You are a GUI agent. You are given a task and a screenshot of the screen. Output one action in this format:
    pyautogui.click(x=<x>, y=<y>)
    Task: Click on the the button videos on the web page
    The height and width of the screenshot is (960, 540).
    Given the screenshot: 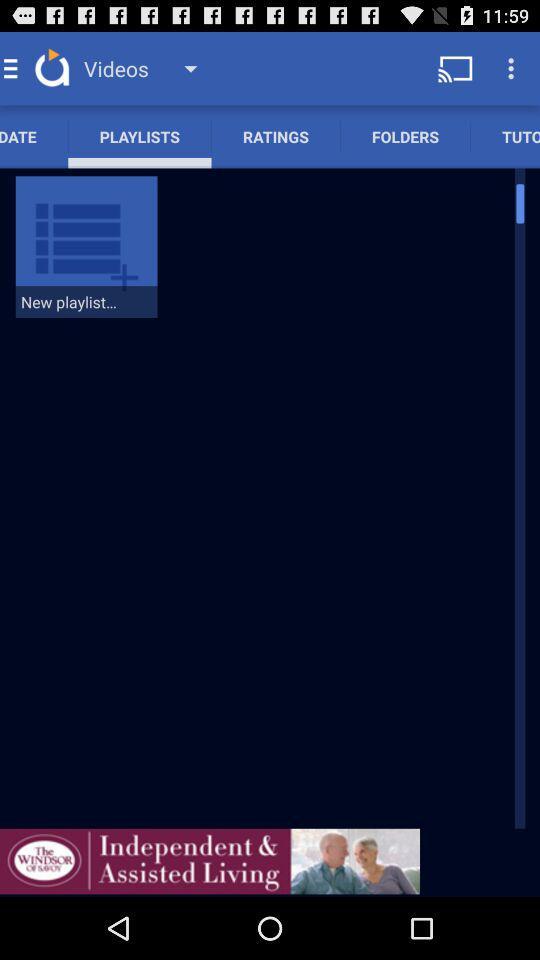 What is the action you would take?
    pyautogui.click(x=147, y=68)
    